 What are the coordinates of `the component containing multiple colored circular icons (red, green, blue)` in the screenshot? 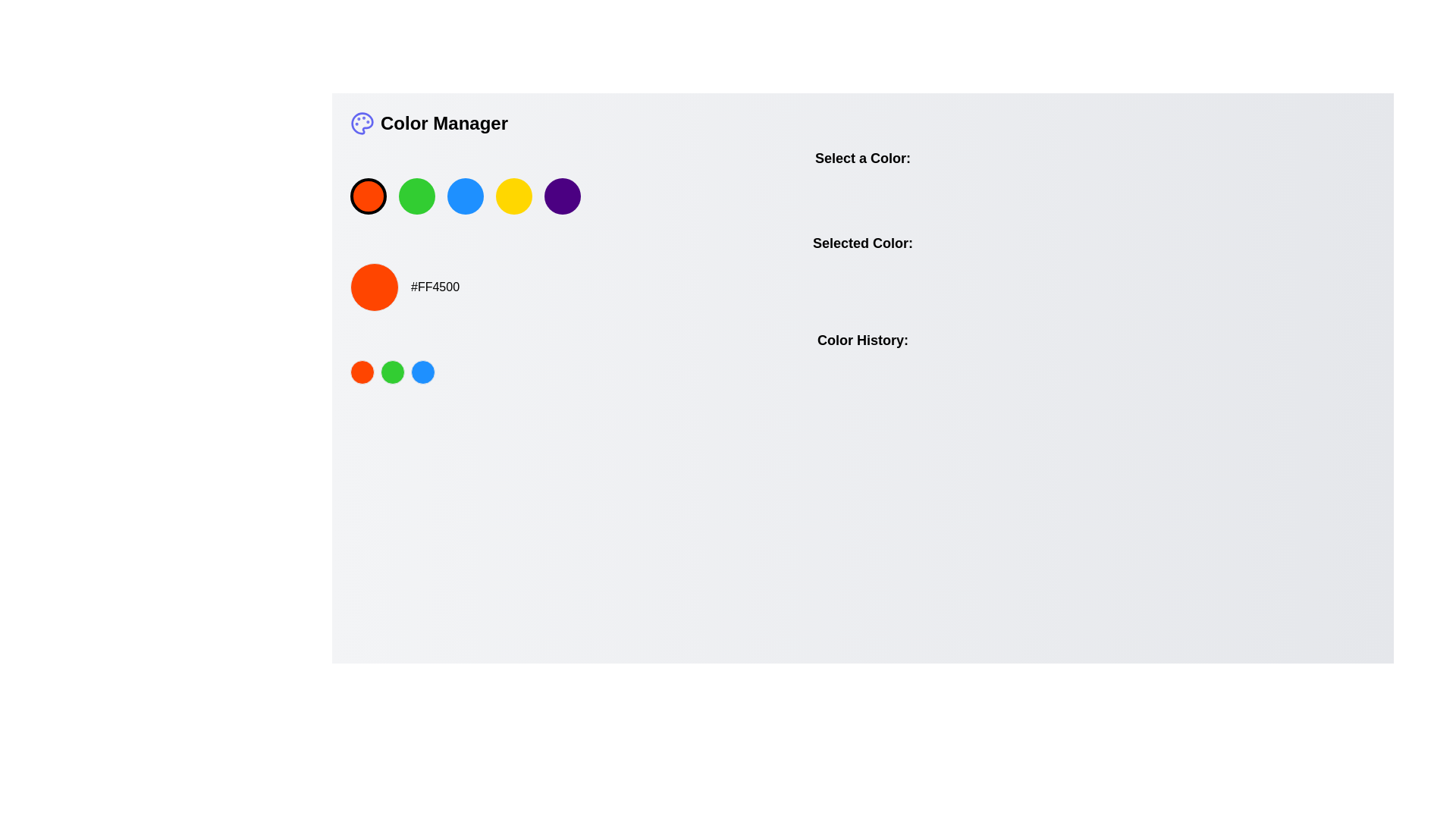 It's located at (862, 372).